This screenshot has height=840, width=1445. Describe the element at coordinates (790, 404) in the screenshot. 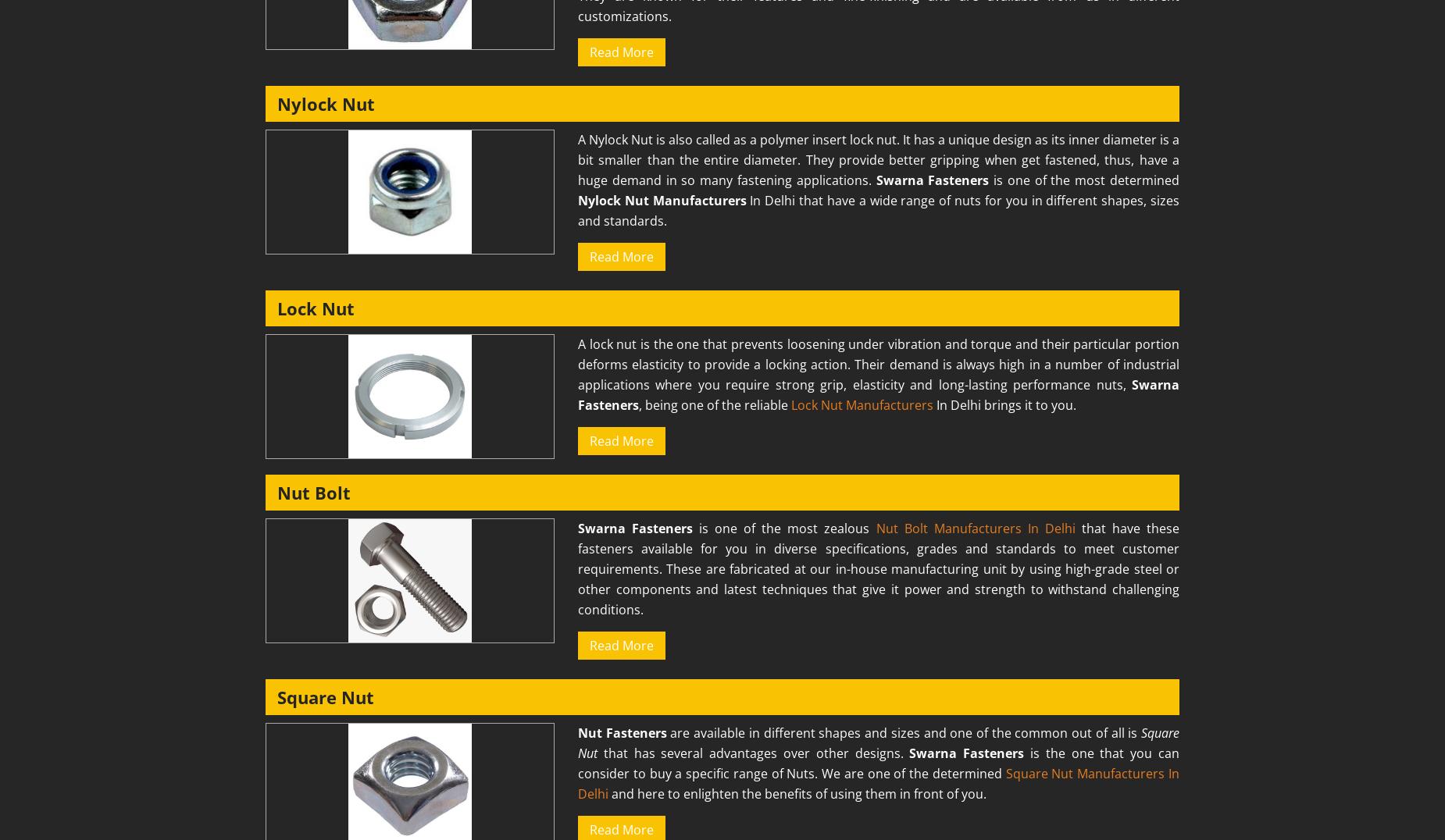

I see `'Lock Nut Manufacturers'` at that location.